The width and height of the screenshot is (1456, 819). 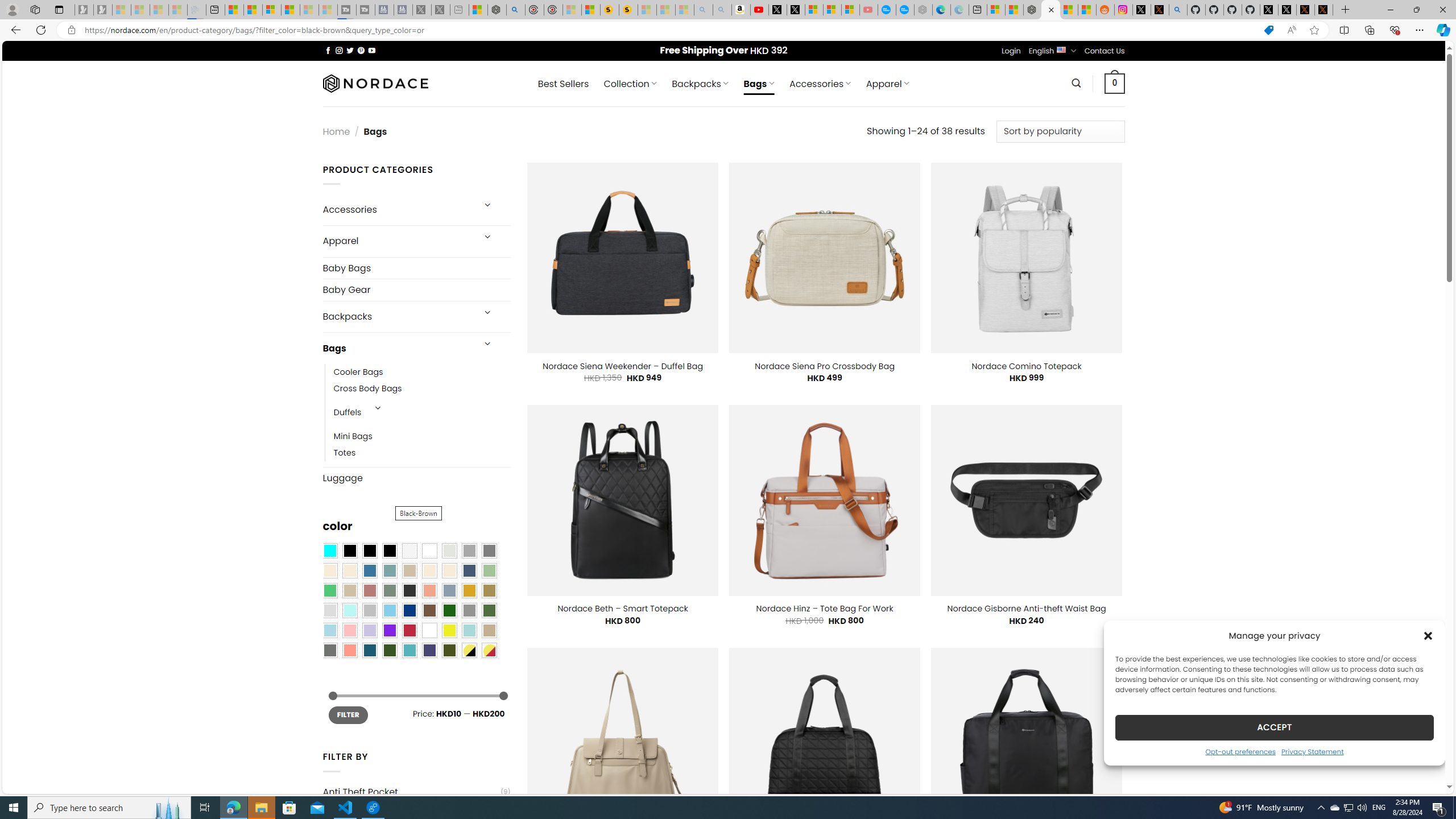 What do you see at coordinates (1428, 635) in the screenshot?
I see `'Class: cmplz-close'` at bounding box center [1428, 635].